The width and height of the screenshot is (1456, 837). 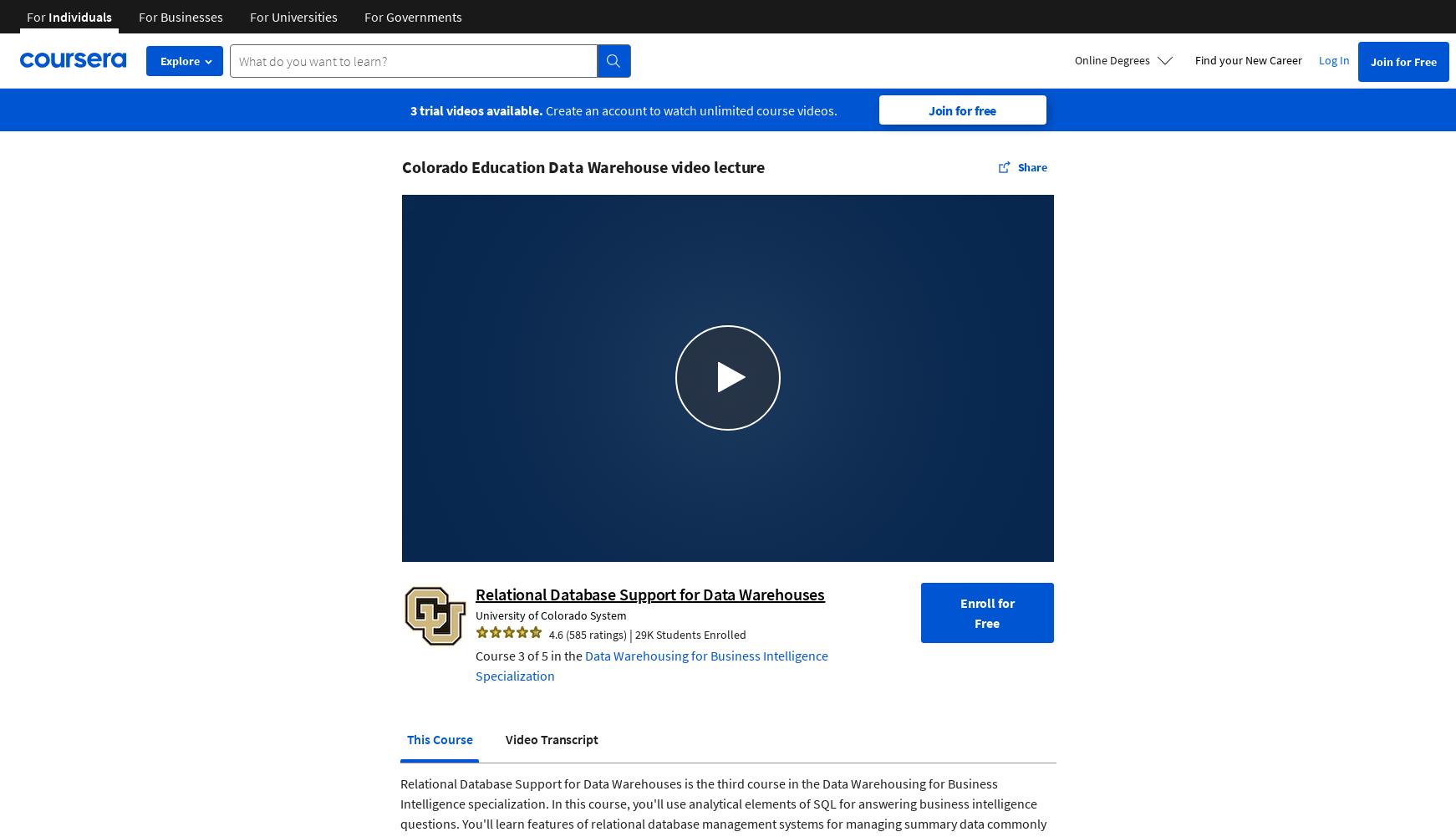 I want to click on 'Course 3 of 5 in the', so click(x=529, y=654).